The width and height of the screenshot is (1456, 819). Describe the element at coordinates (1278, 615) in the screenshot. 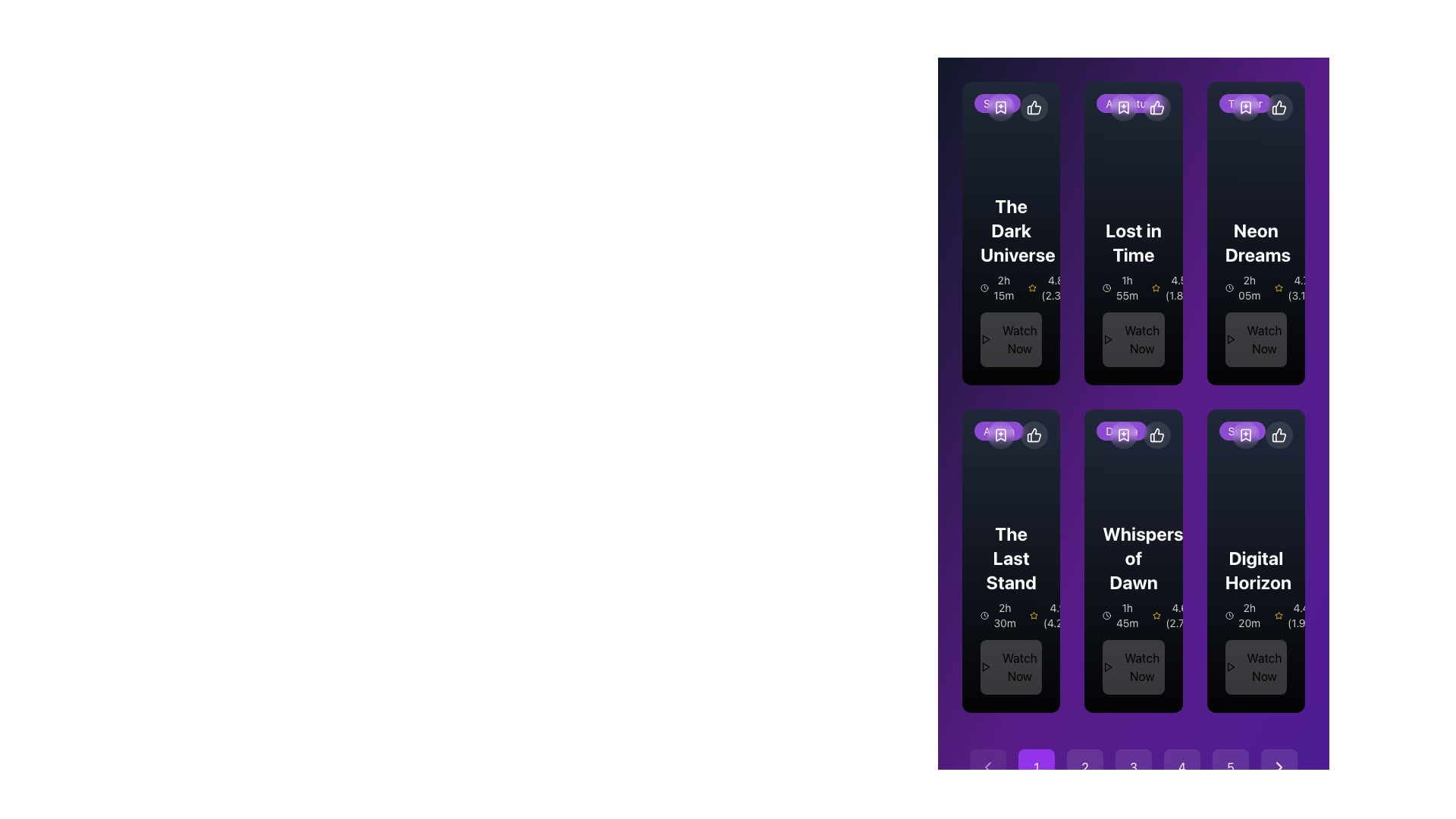

I see `the small, yellow, five-pointed star icon used for rating in the rating bar of the 'Digital Horizon' movie card, located in the last column of the second row` at that location.